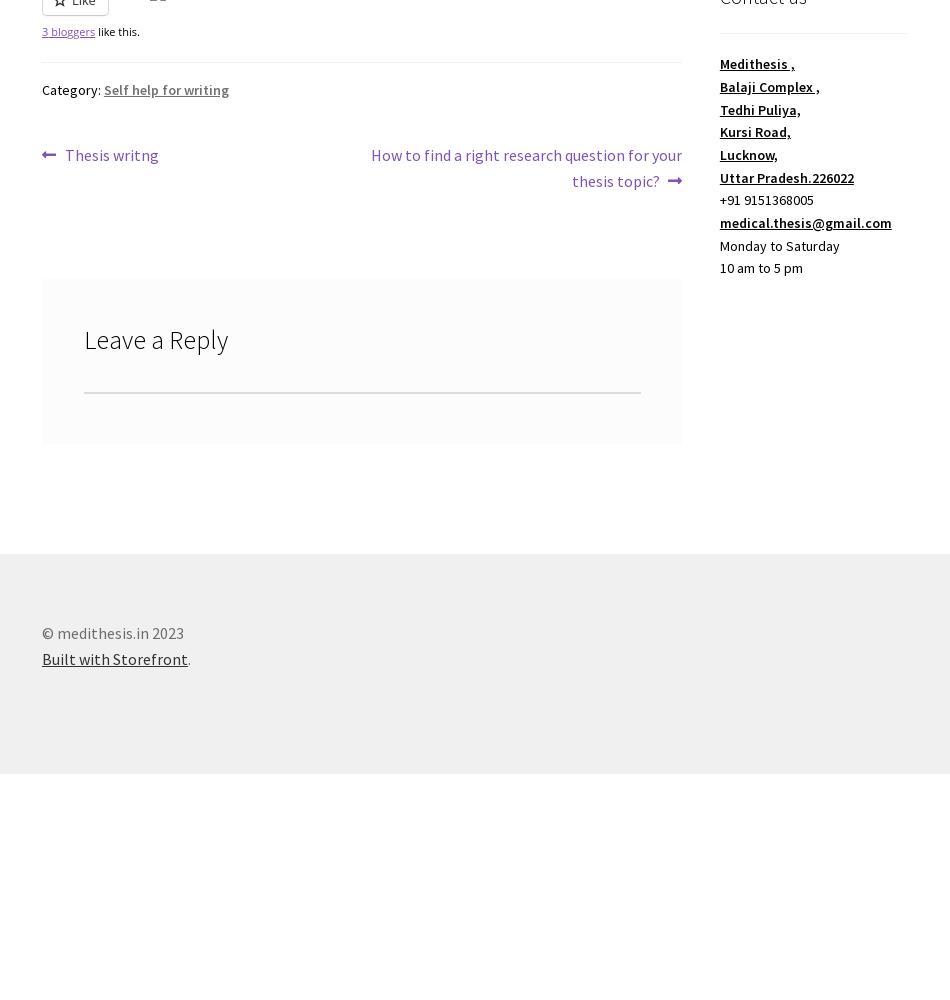 The height and width of the screenshot is (1000, 950). Describe the element at coordinates (717, 132) in the screenshot. I see `'Kursi Road,'` at that location.